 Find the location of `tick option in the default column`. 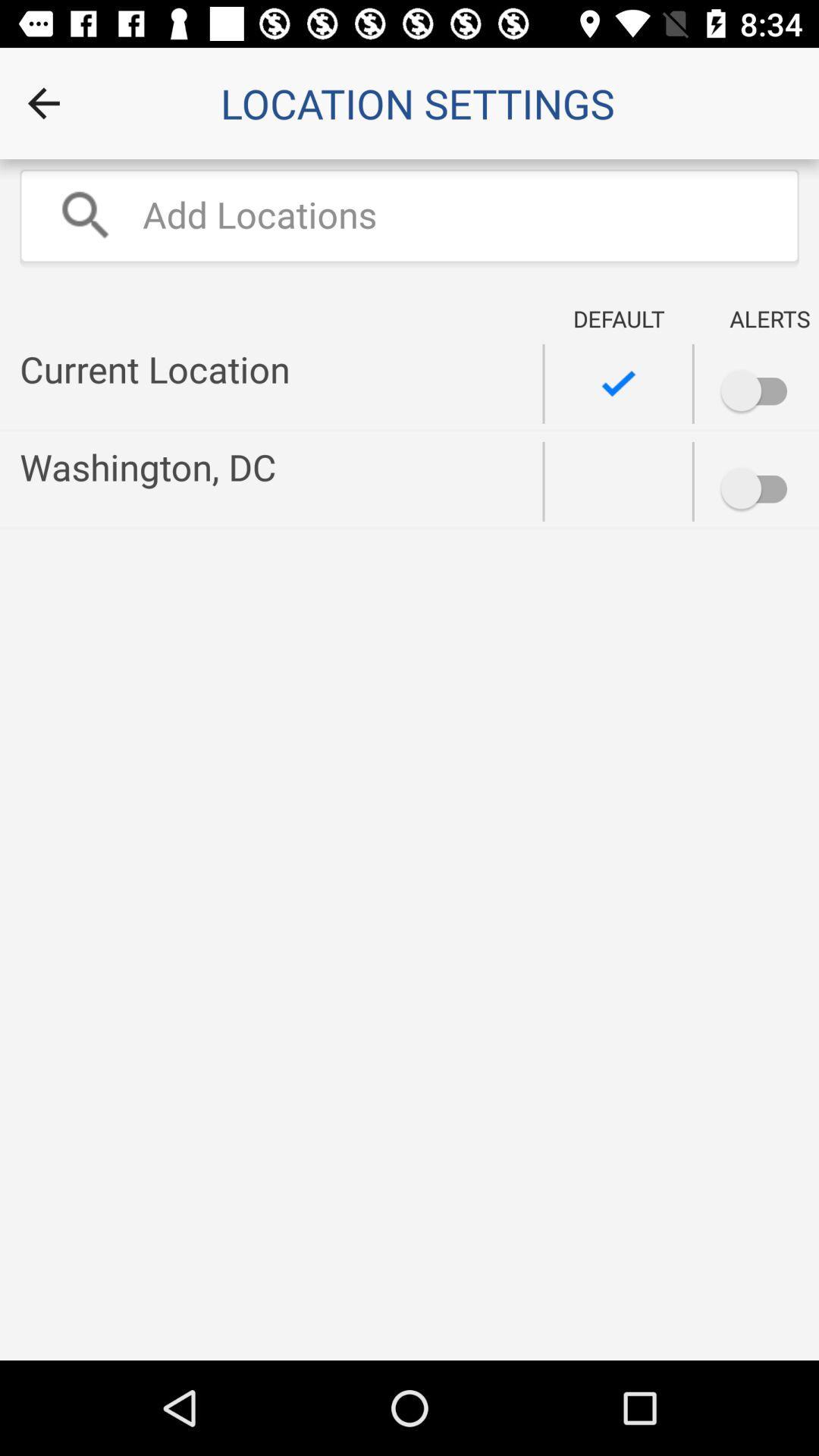

tick option in the default column is located at coordinates (618, 384).